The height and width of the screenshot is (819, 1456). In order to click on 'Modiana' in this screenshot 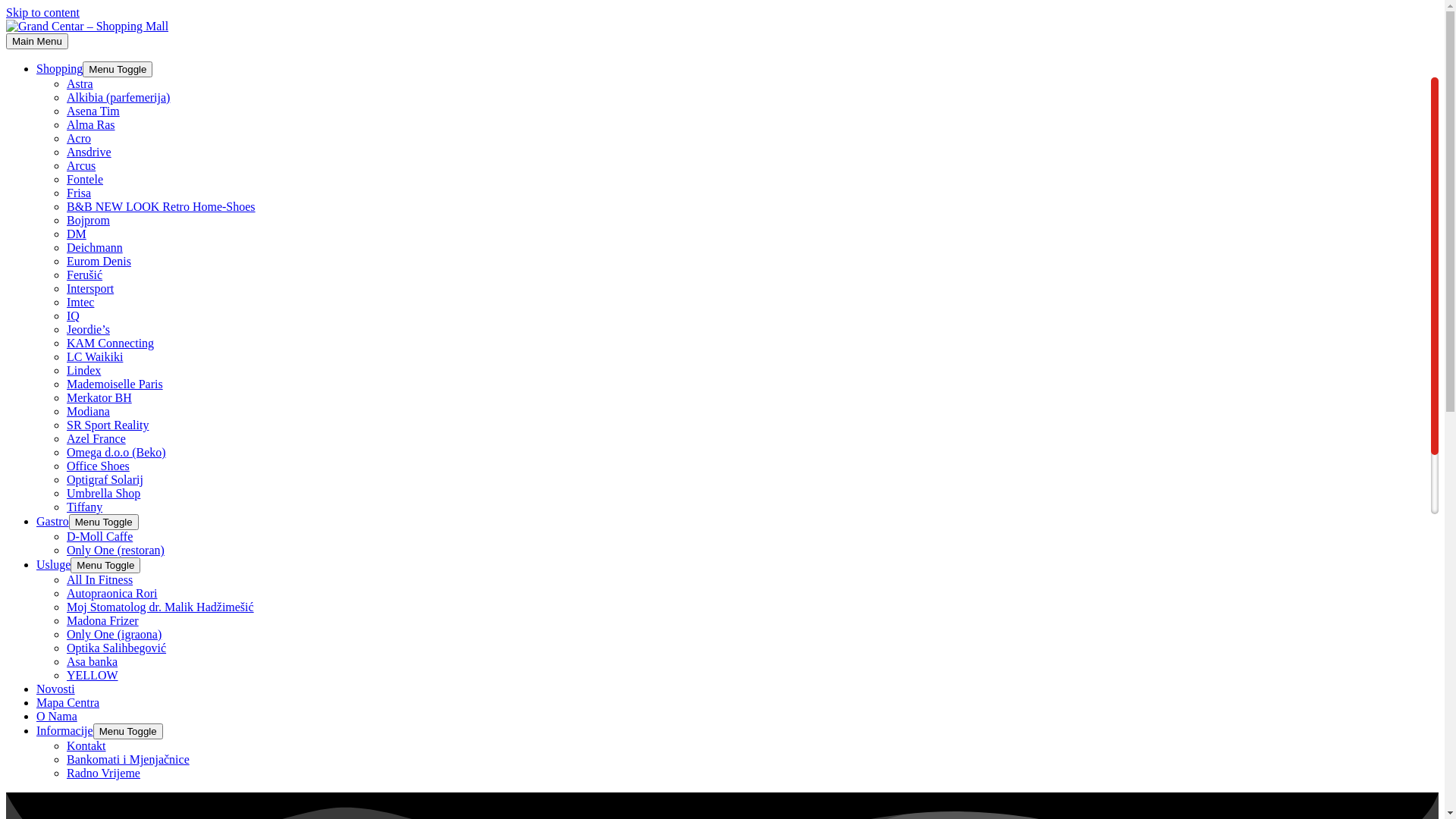, I will do `click(87, 411)`.